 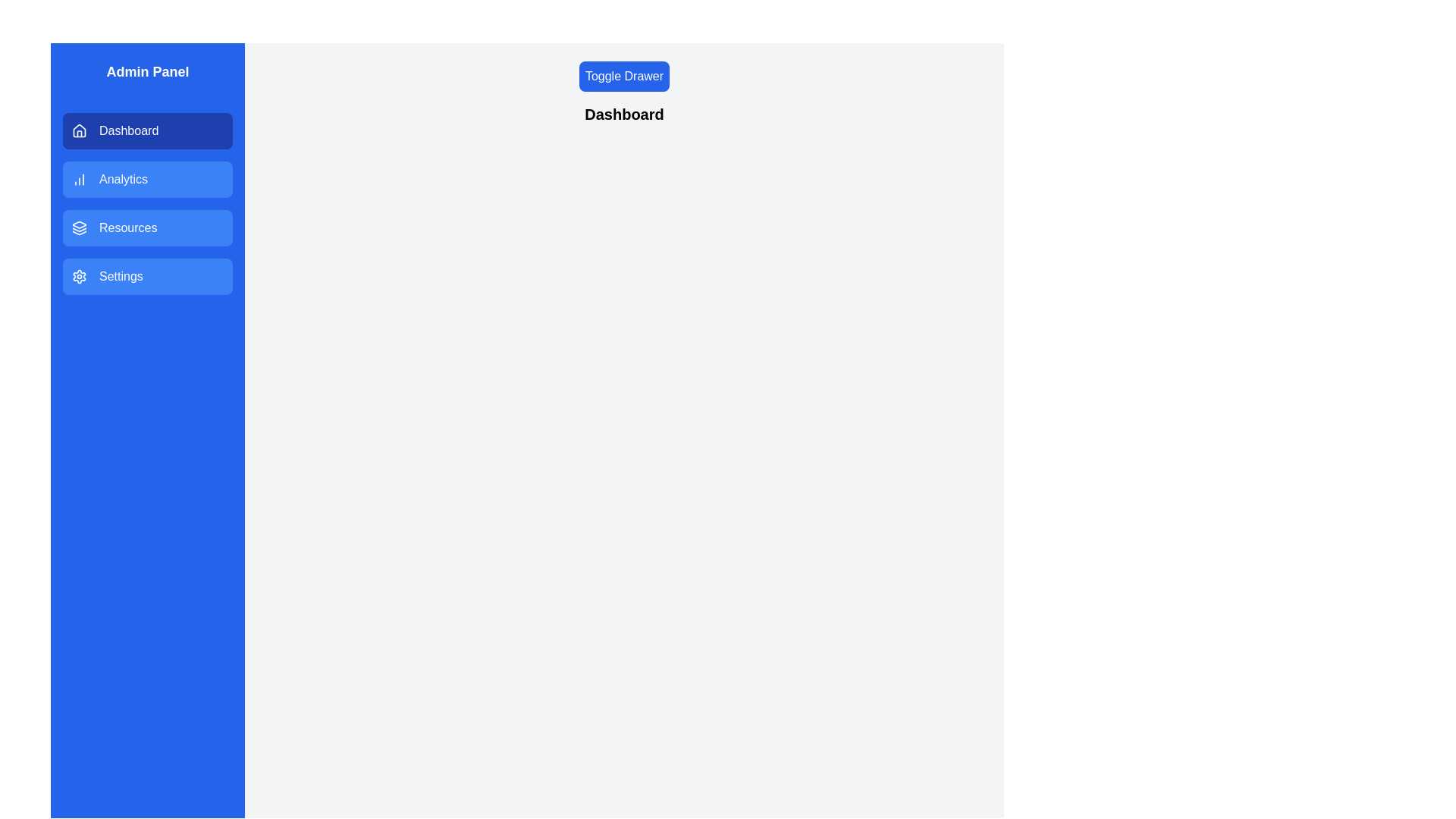 What do you see at coordinates (148, 178) in the screenshot?
I see `the menu section Analytics by clicking on its button` at bounding box center [148, 178].